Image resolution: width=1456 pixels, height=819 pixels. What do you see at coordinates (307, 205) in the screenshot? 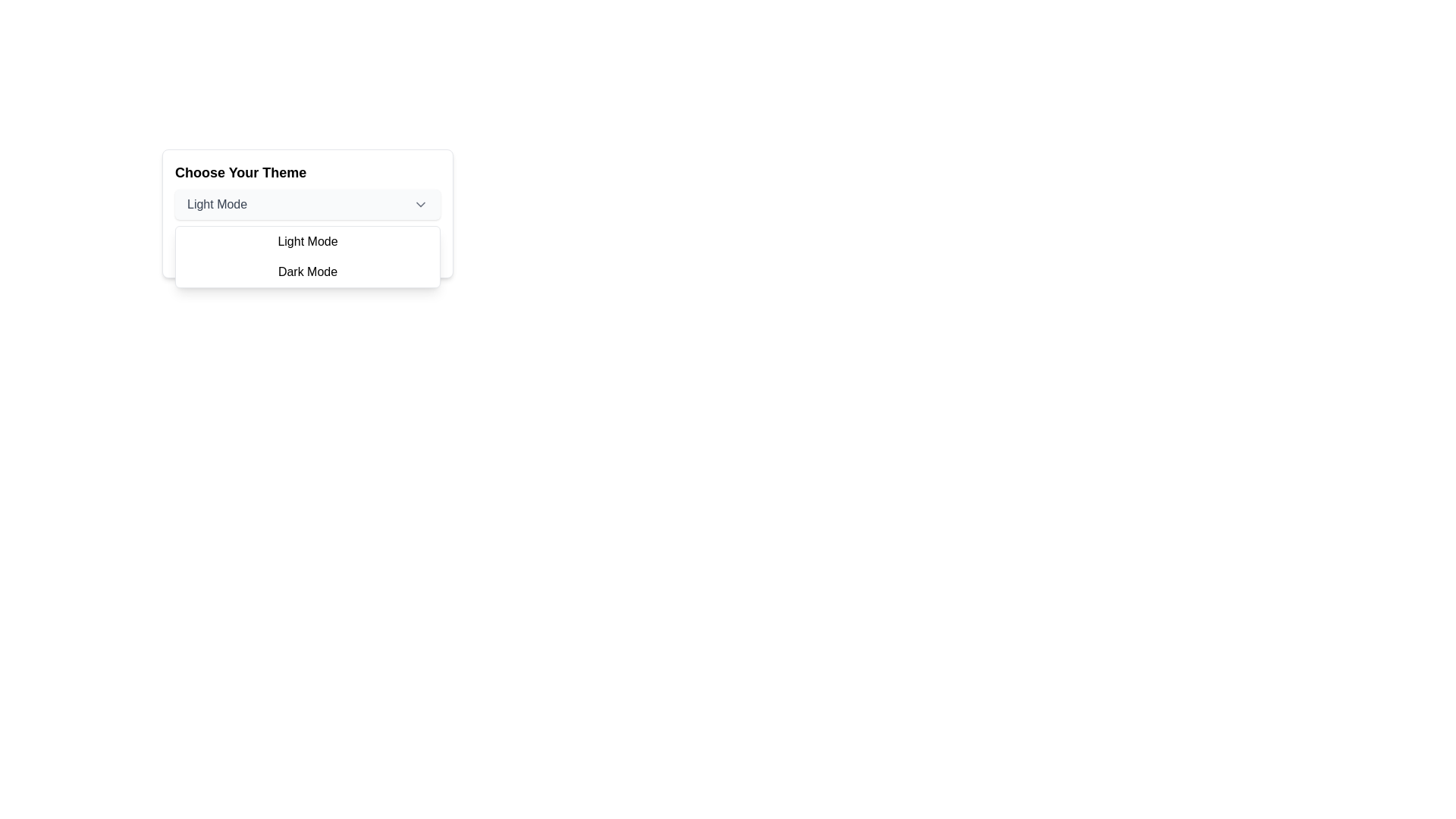
I see `the dropdown menu for selecting the theme in the 'Choose Your Theme' card component using keyboard input` at bounding box center [307, 205].